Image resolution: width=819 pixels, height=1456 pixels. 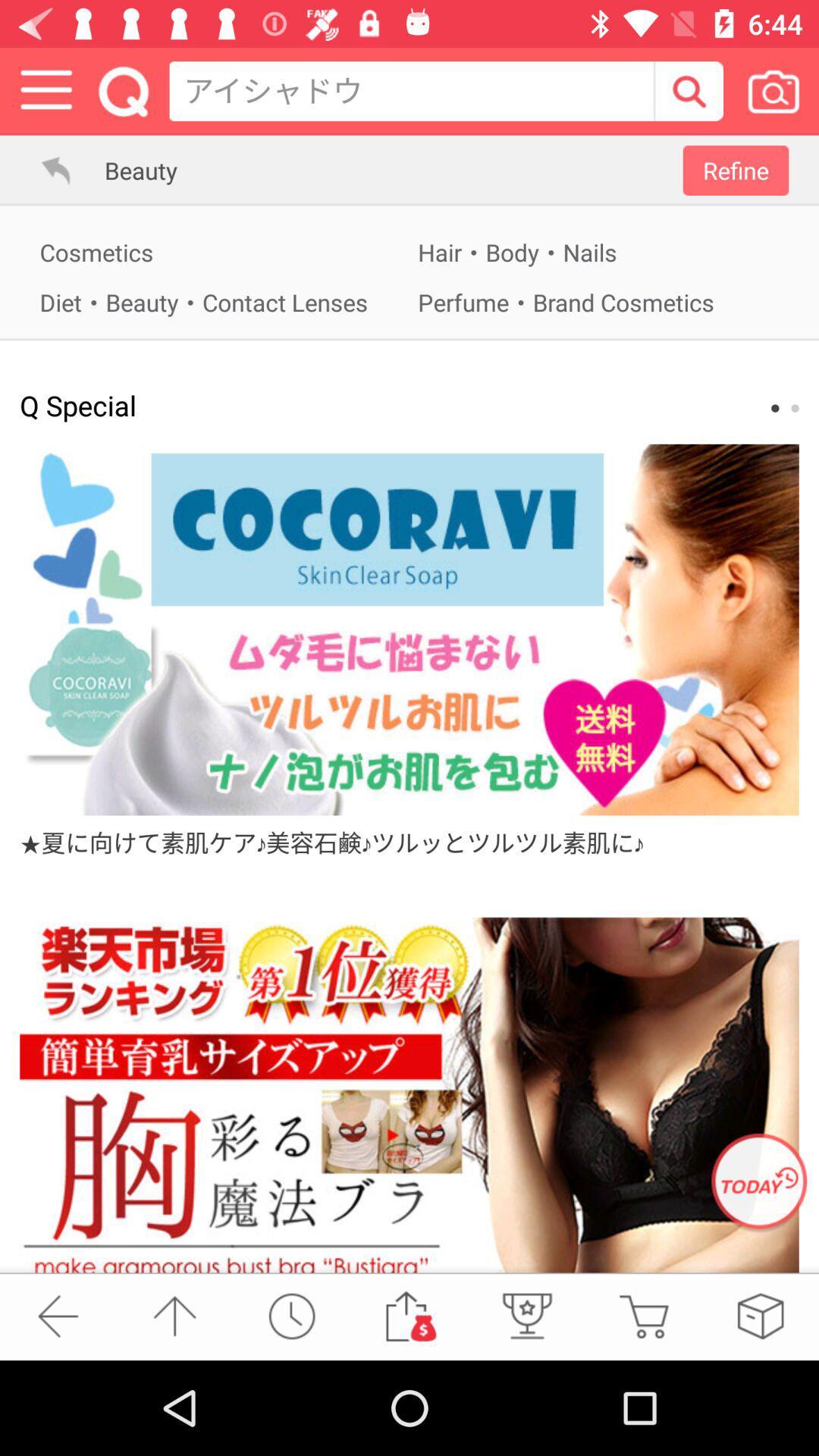 What do you see at coordinates (773, 90) in the screenshot?
I see `take a picture` at bounding box center [773, 90].